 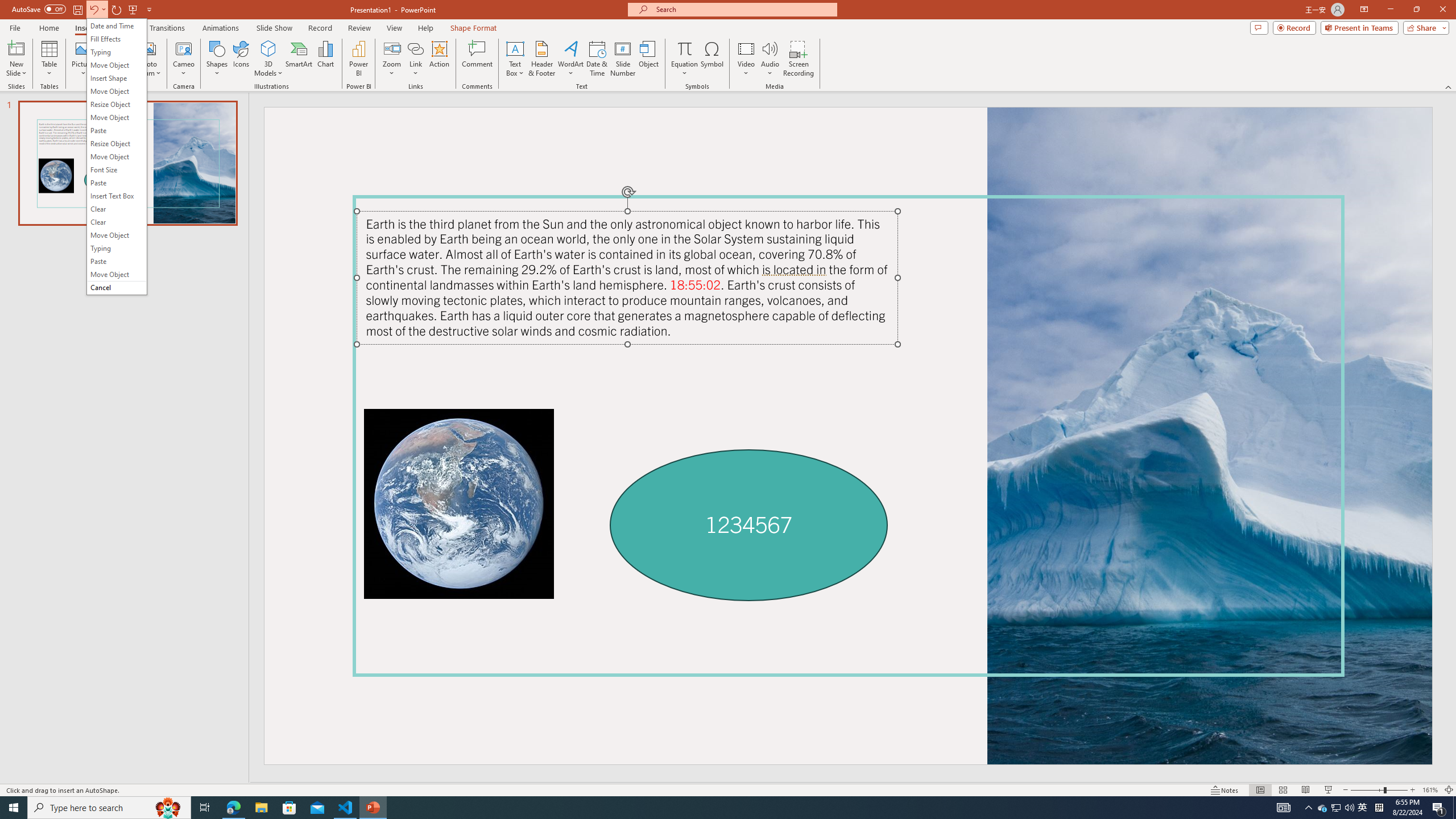 What do you see at coordinates (1439, 806) in the screenshot?
I see `'Action Center, 1 new notification'` at bounding box center [1439, 806].